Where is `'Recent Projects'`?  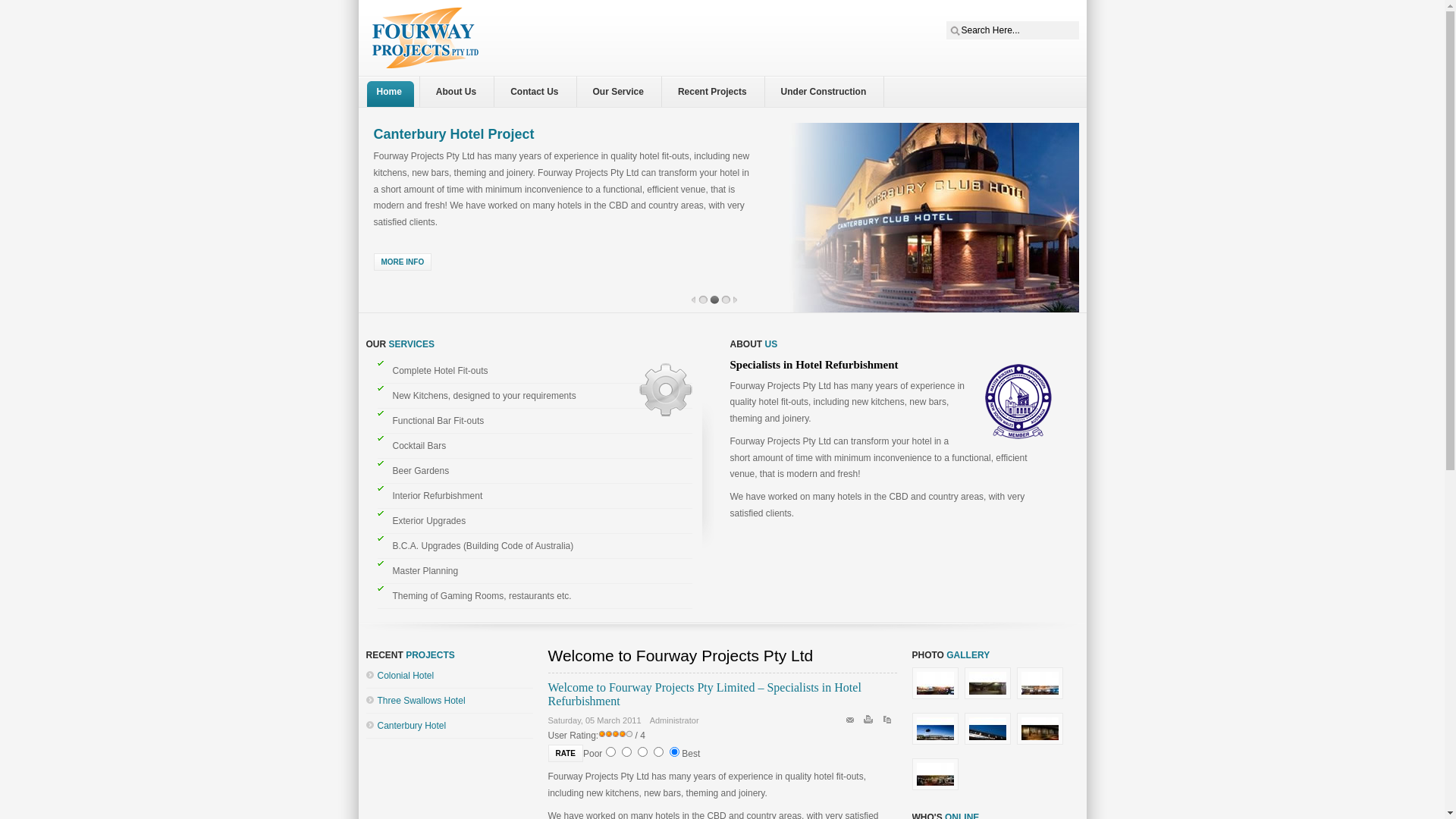 'Recent Projects' is located at coordinates (673, 91).